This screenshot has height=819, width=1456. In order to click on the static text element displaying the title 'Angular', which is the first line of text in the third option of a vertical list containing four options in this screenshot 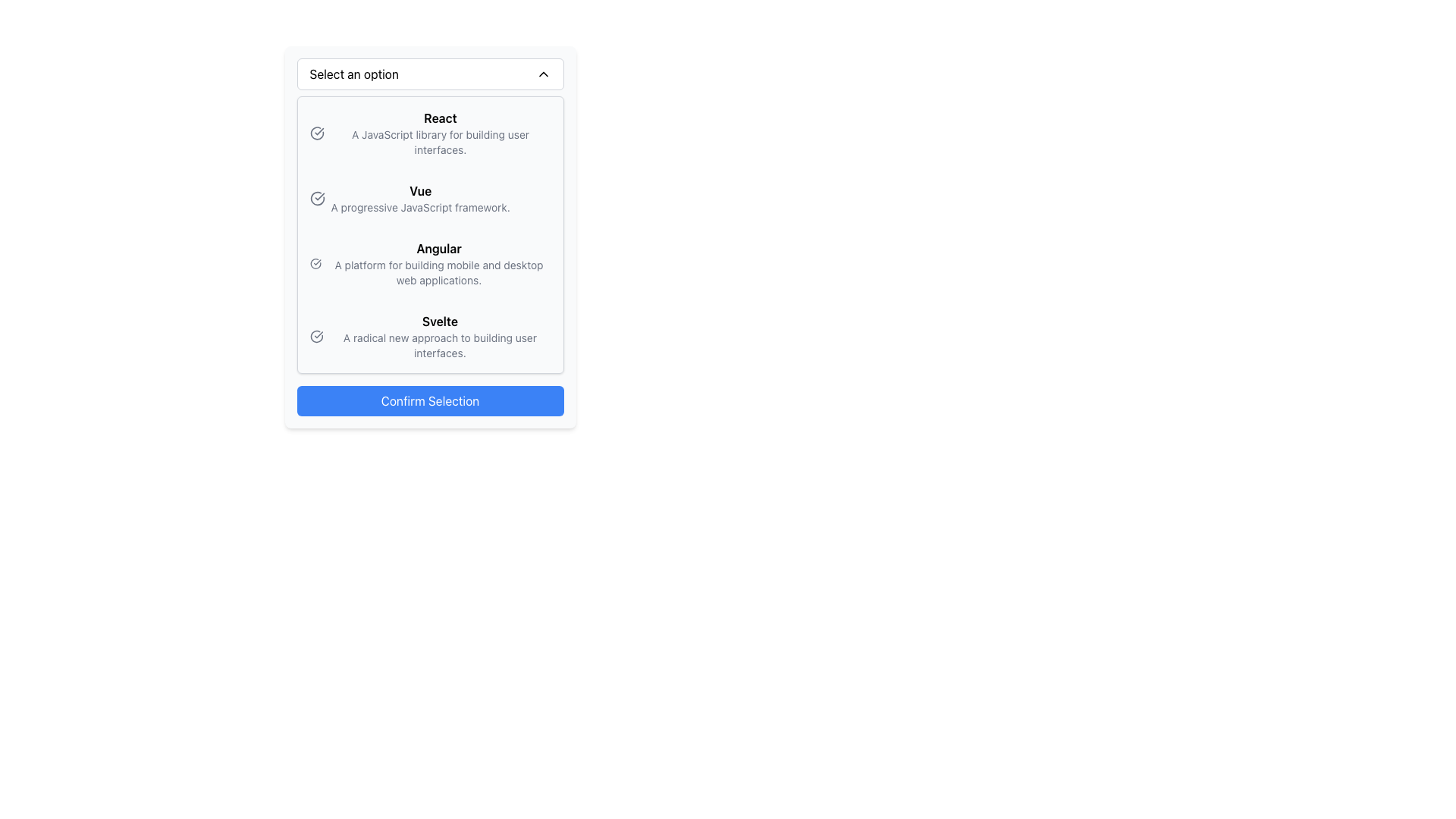, I will do `click(438, 247)`.